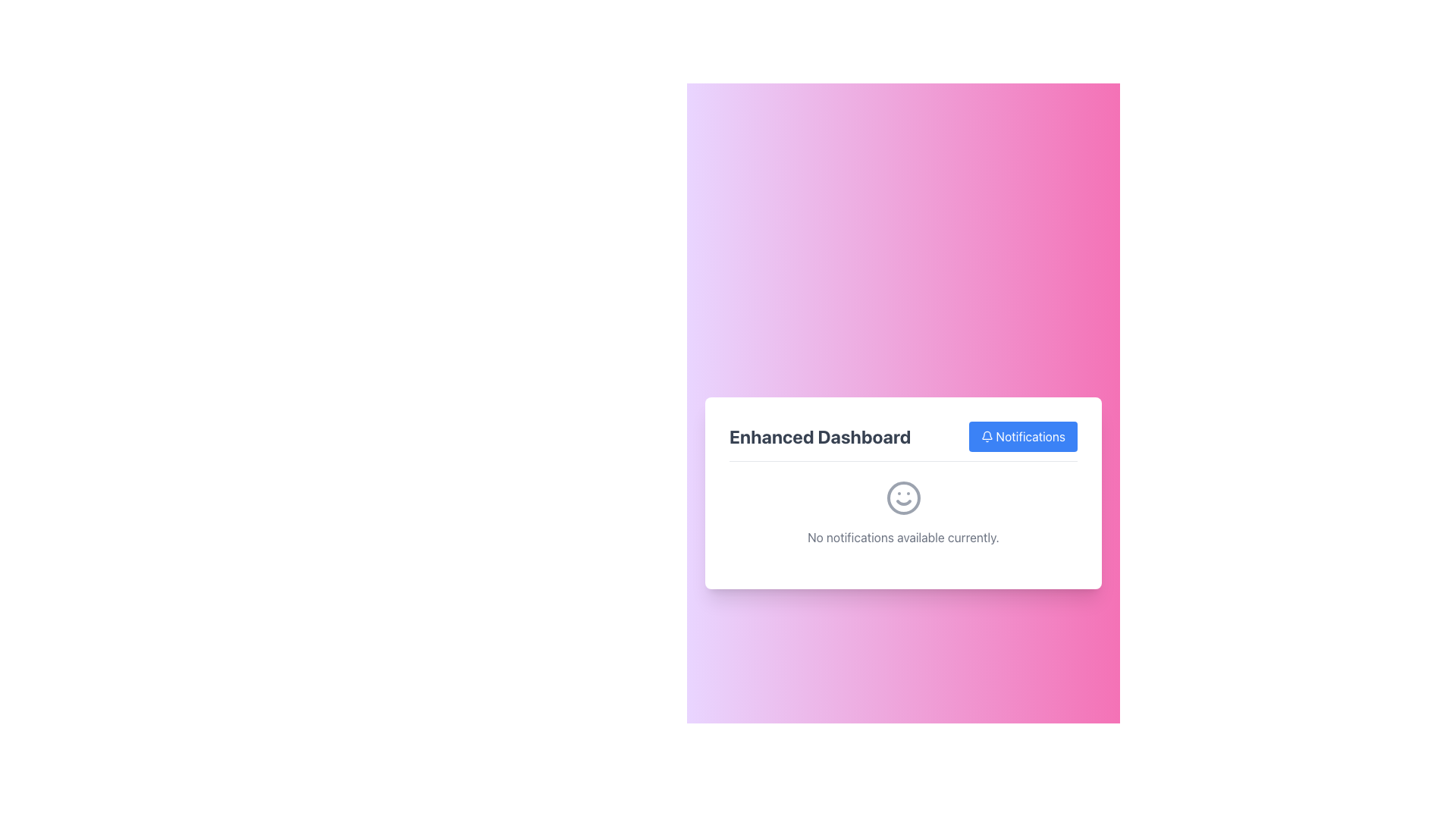 This screenshot has width=1456, height=819. What do you see at coordinates (903, 521) in the screenshot?
I see `the central notification display element featuring a circular smiley face icon and the text 'No notifications available currently.'` at bounding box center [903, 521].